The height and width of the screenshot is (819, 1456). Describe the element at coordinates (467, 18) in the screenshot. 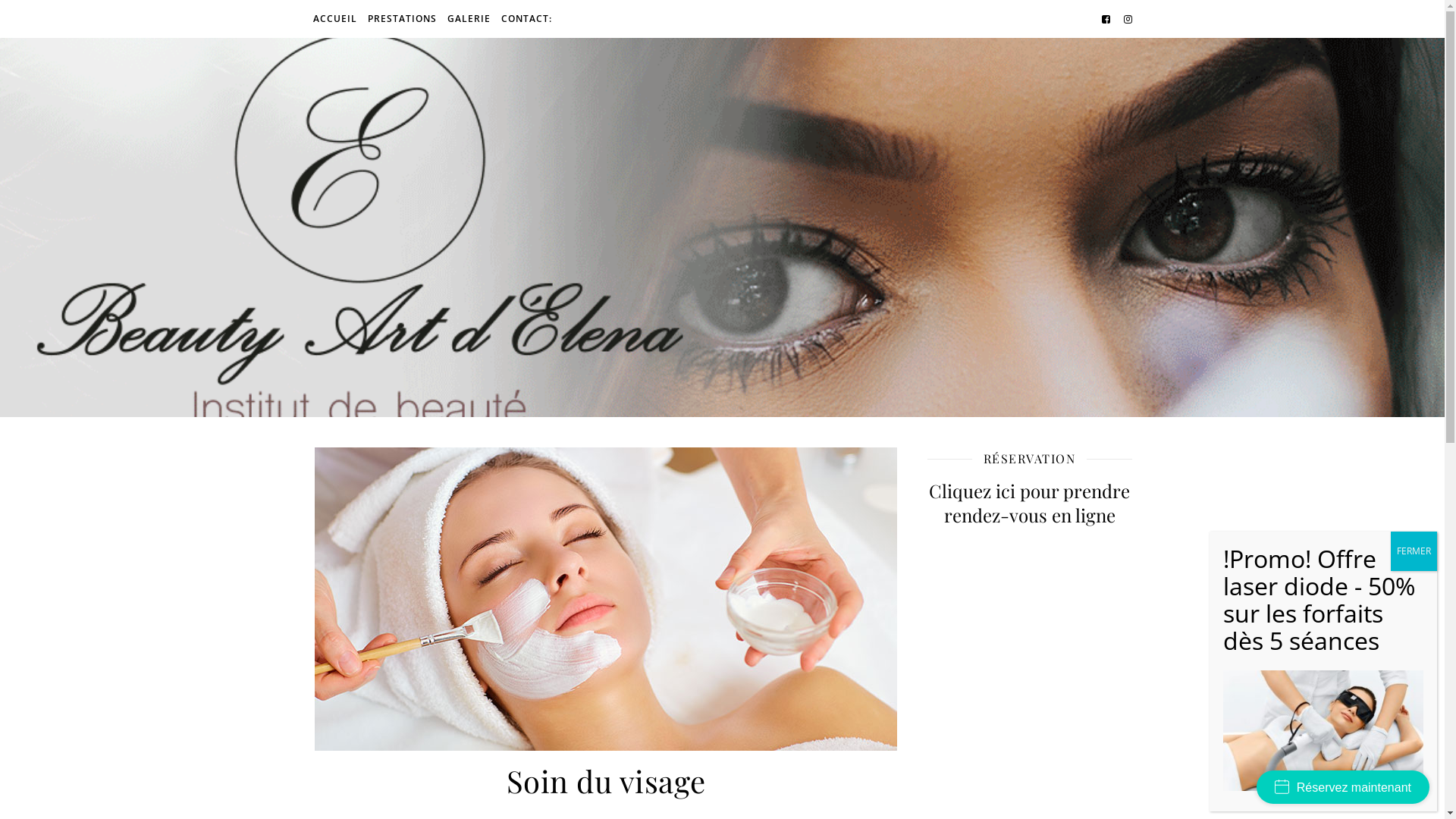

I see `'GALERIE'` at that location.